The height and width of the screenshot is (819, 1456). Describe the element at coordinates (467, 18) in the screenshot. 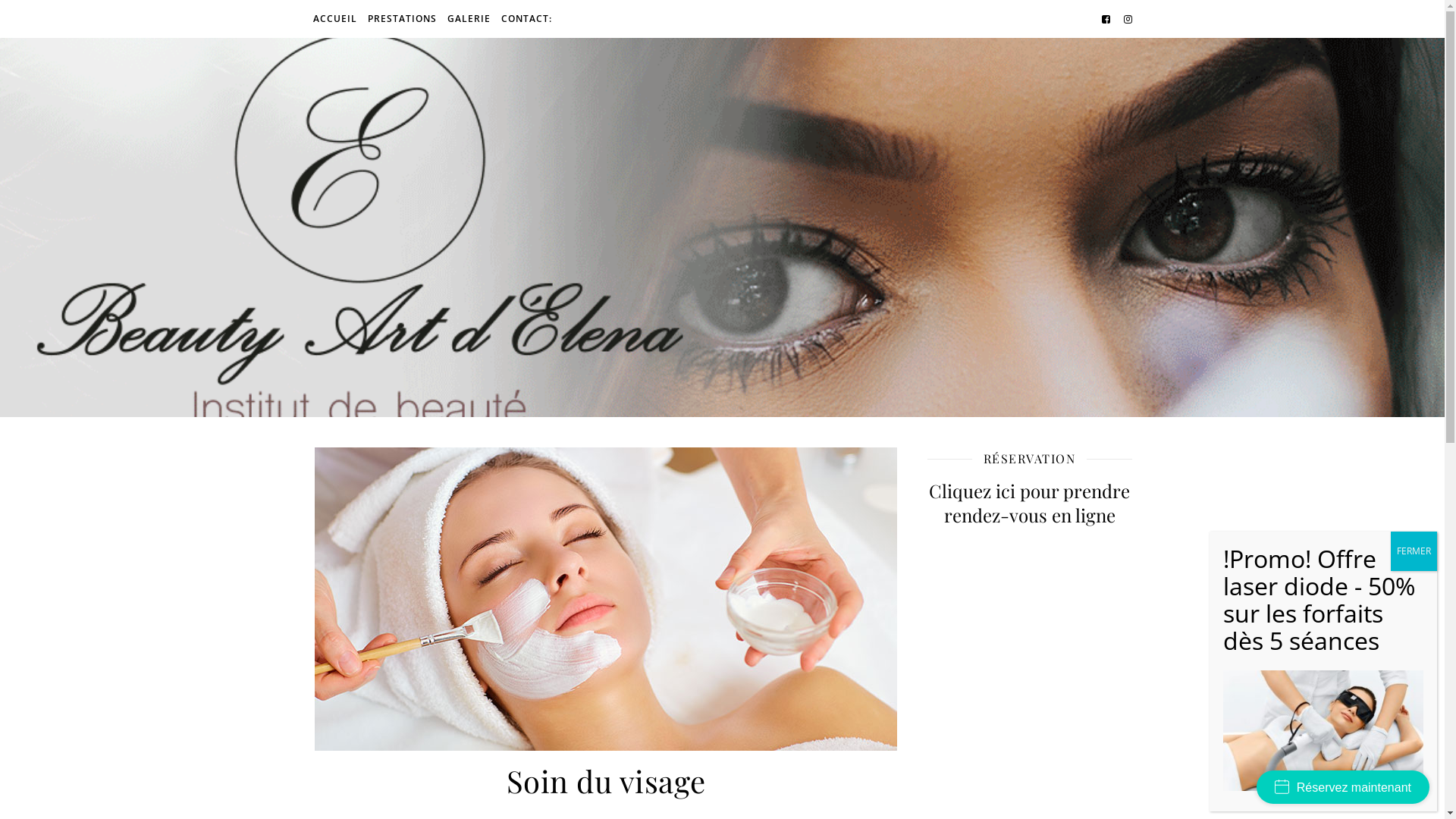

I see `'GALERIE'` at that location.